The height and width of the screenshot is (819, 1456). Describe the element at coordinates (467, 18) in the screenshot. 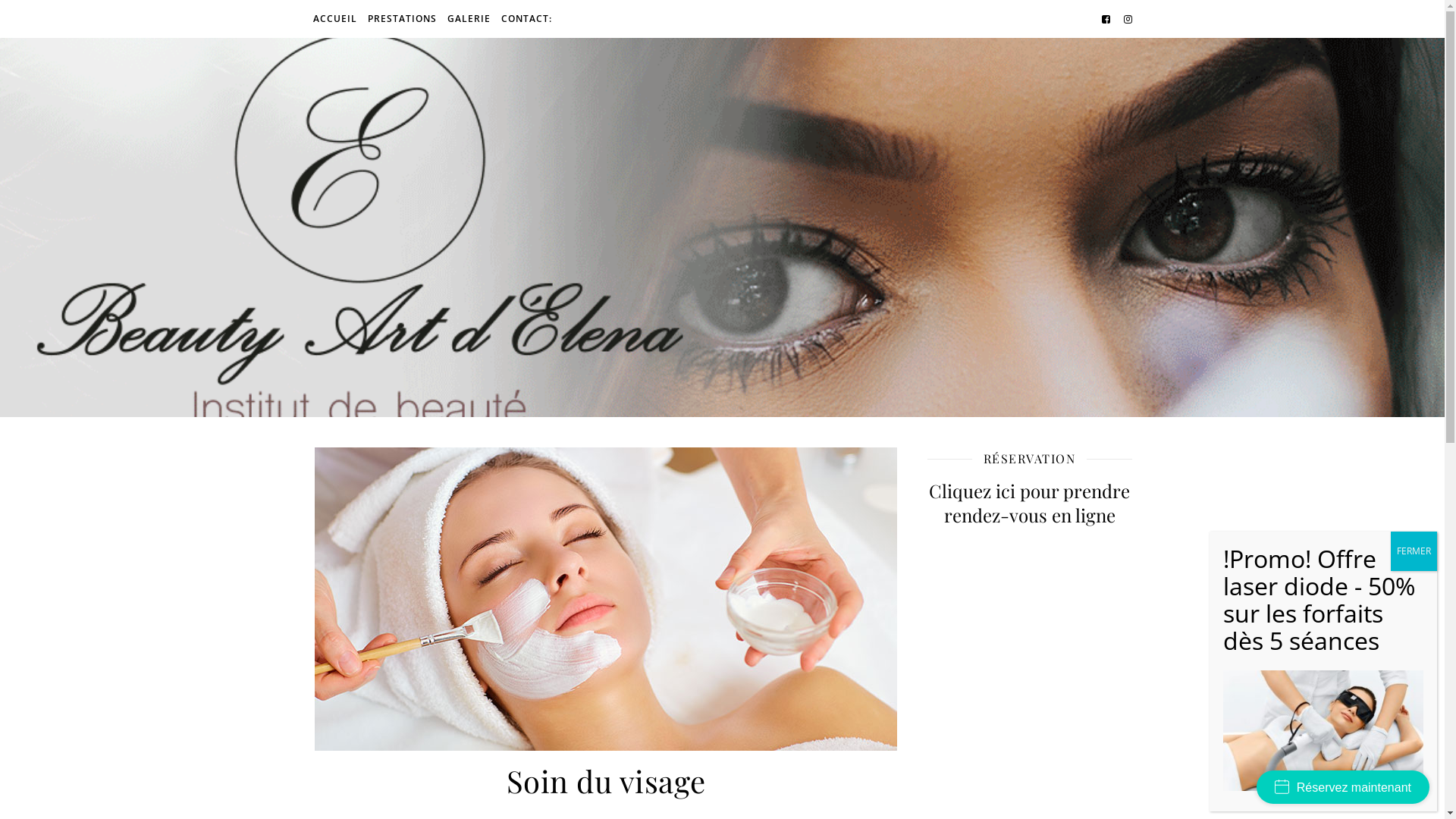

I see `'GALERIE'` at that location.